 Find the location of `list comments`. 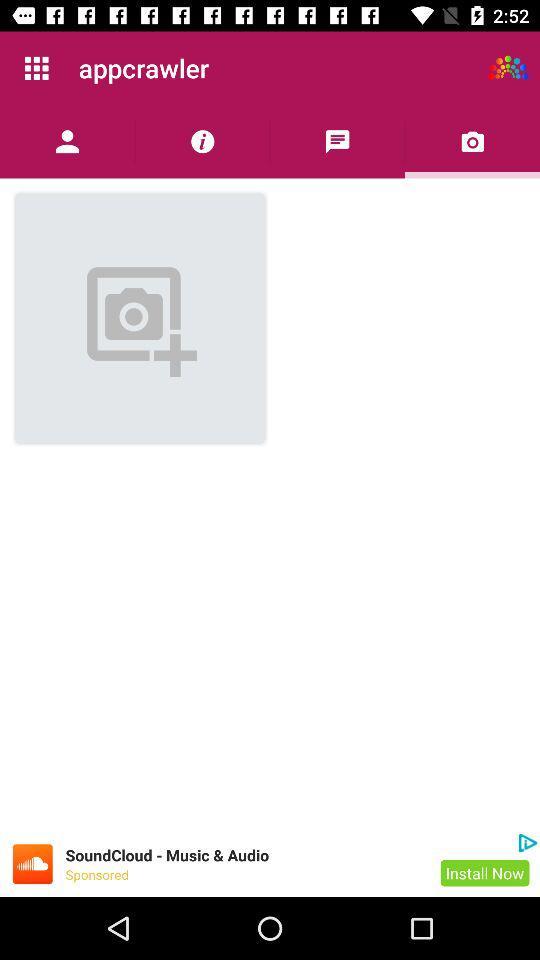

list comments is located at coordinates (337, 140).